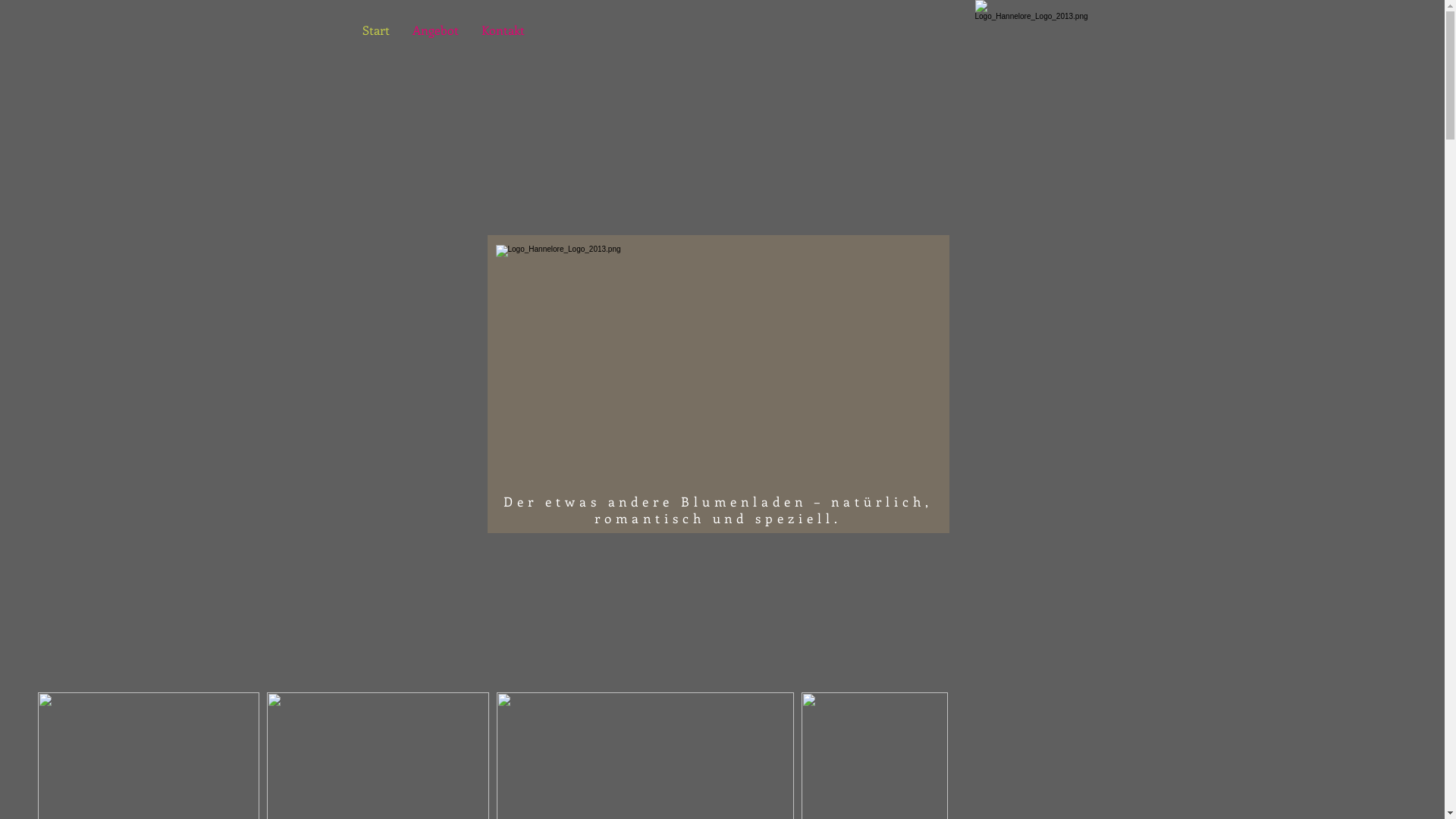 Image resolution: width=1456 pixels, height=819 pixels. Describe the element at coordinates (349, 30) in the screenshot. I see `'Start'` at that location.